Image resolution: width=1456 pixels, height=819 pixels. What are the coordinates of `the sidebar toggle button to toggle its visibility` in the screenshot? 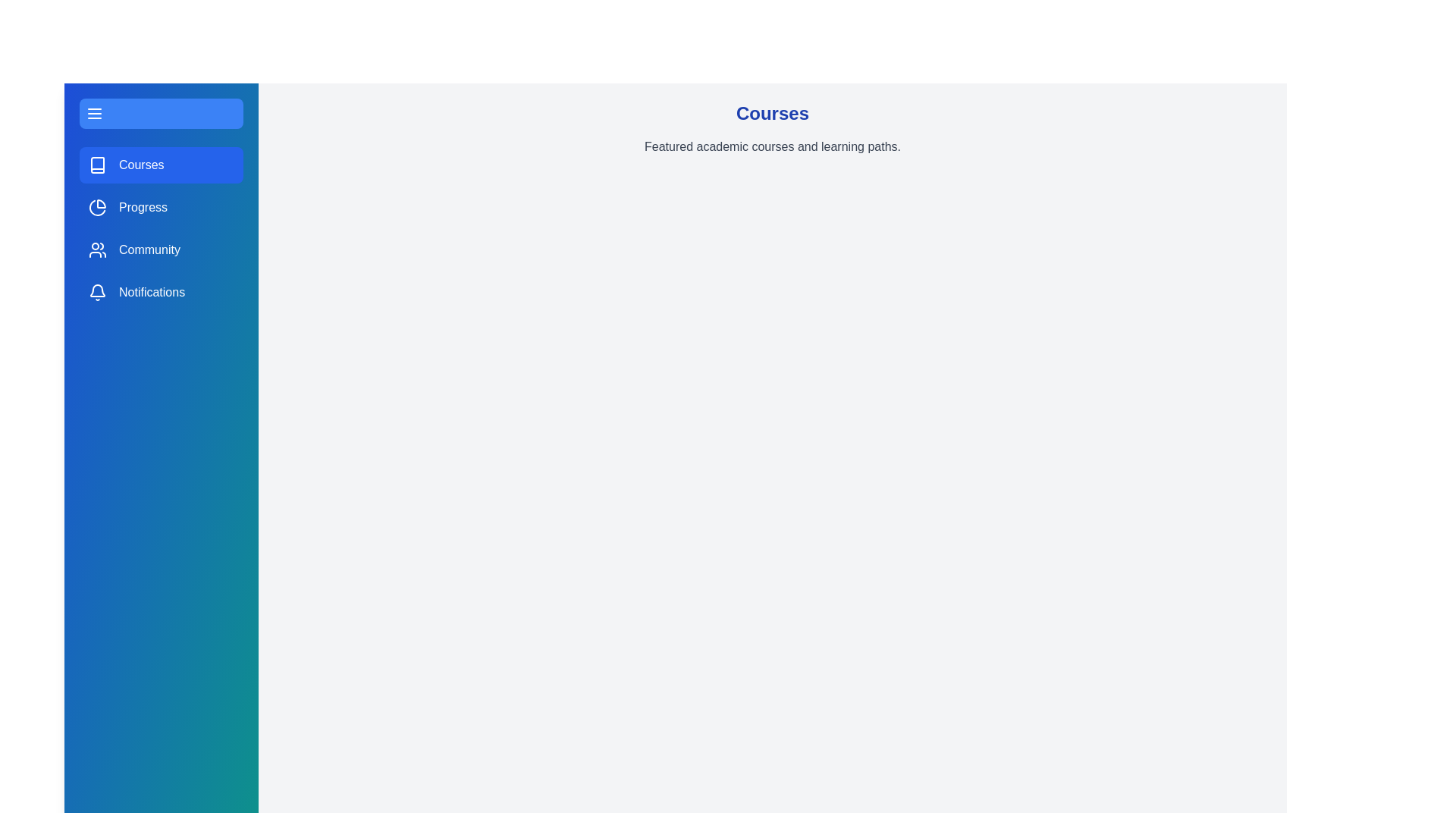 It's located at (161, 113).